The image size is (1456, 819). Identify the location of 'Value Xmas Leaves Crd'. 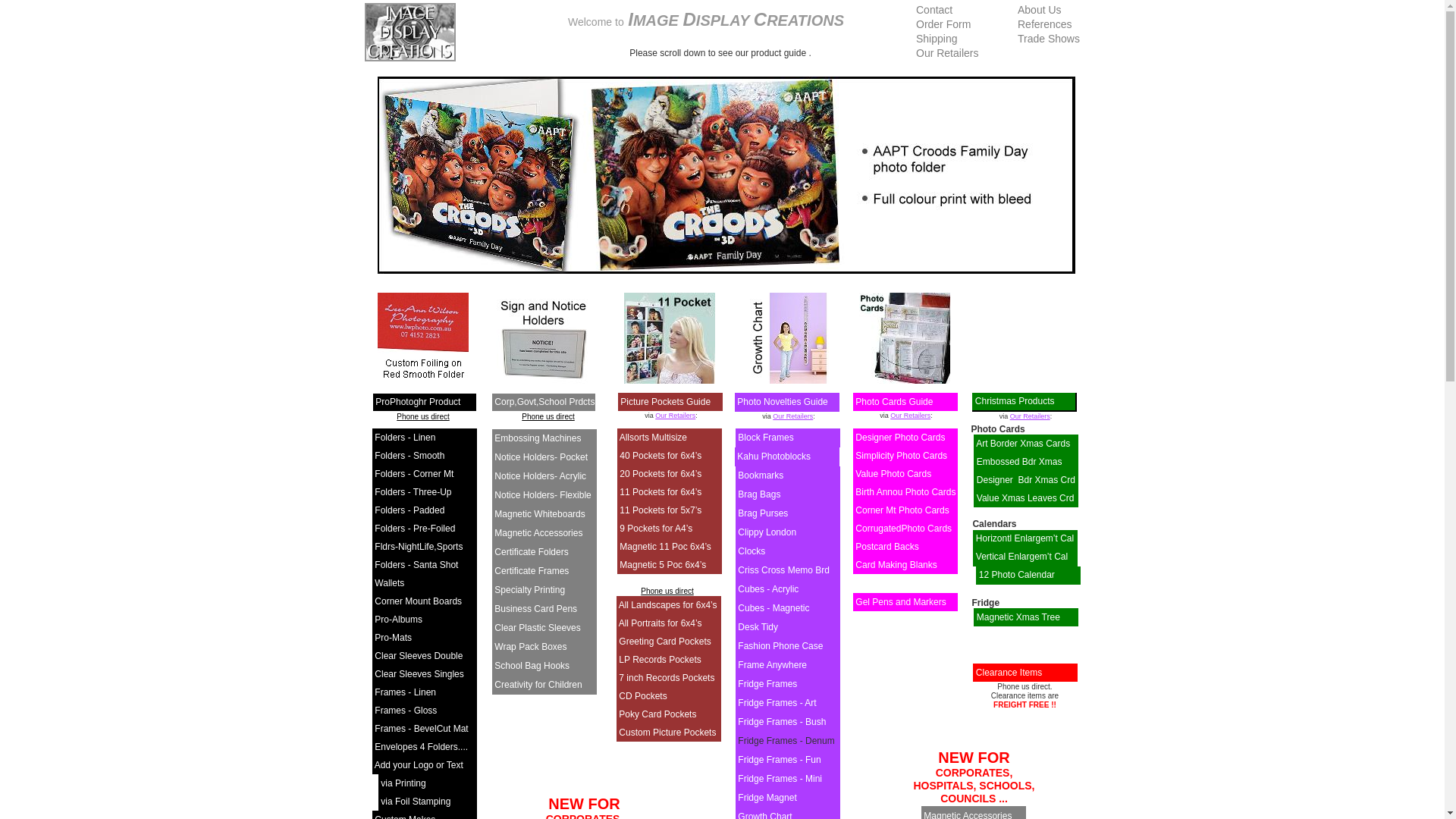
(976, 497).